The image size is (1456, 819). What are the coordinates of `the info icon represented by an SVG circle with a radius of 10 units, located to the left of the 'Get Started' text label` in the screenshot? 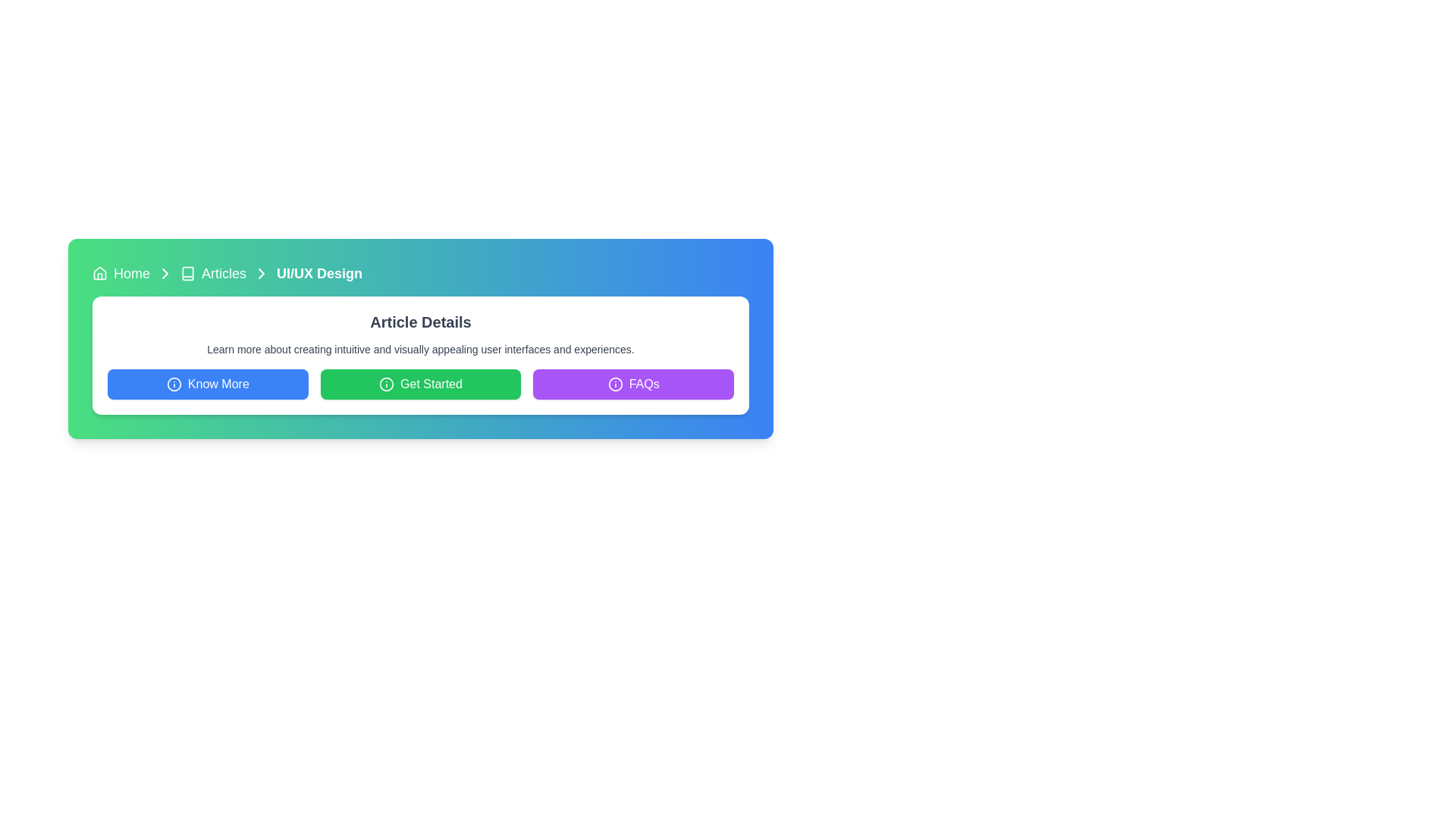 It's located at (615, 383).